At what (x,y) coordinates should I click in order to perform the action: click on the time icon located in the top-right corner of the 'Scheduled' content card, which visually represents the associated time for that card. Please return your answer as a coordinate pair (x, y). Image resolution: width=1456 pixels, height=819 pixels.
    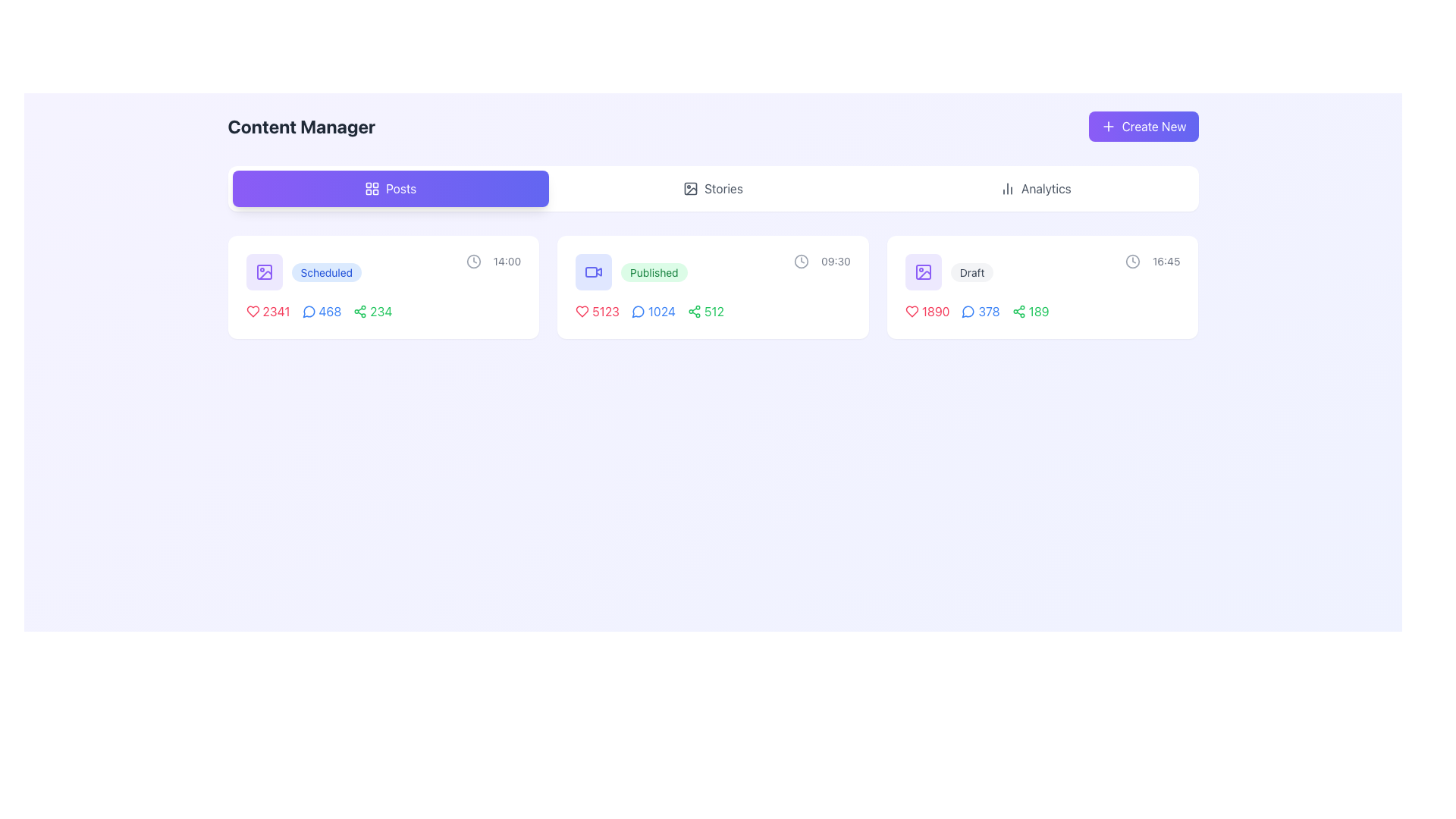
    Looking at the image, I should click on (472, 260).